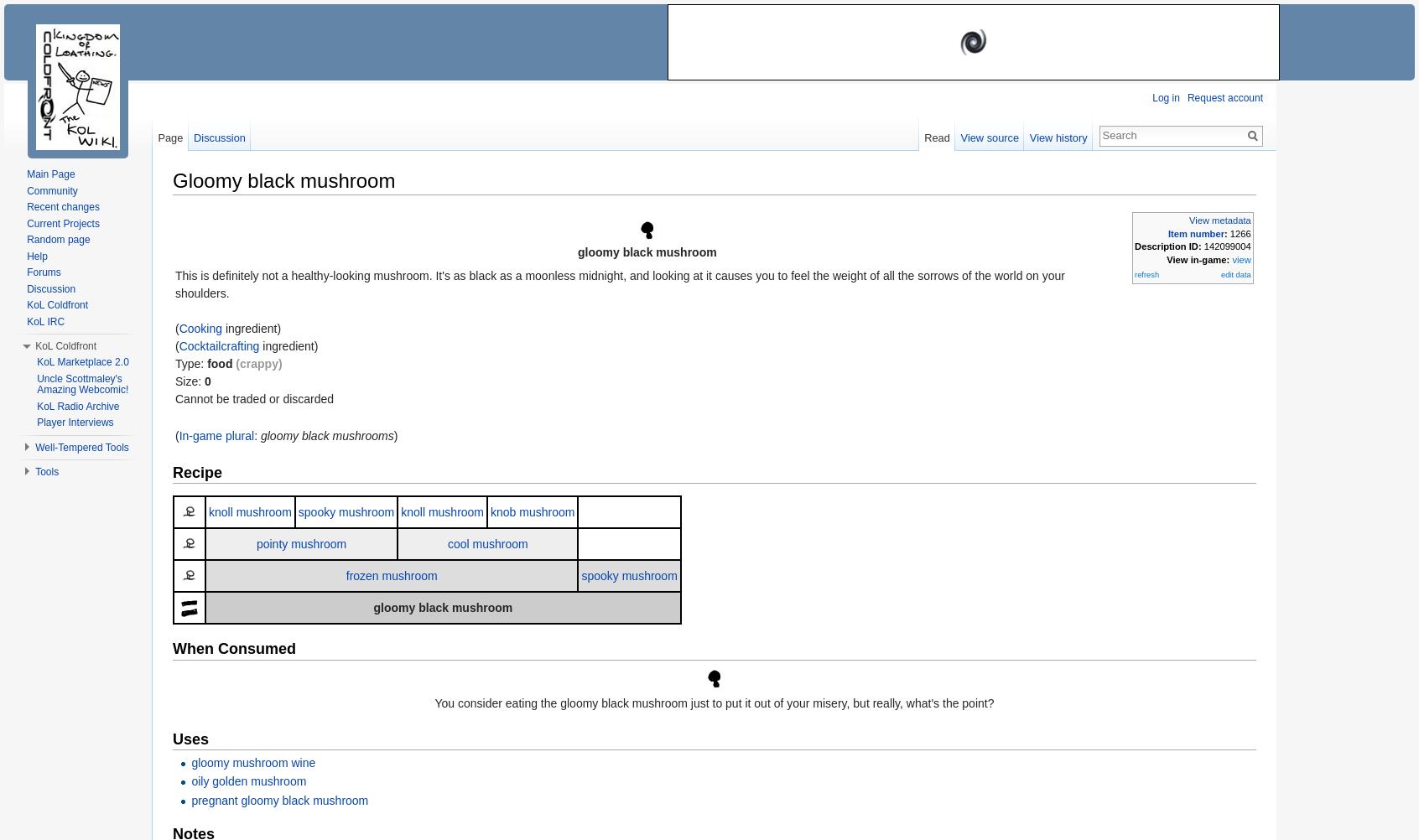 This screenshot has height=840, width=1419. Describe the element at coordinates (446, 542) in the screenshot. I see `'cool mushroom'` at that location.